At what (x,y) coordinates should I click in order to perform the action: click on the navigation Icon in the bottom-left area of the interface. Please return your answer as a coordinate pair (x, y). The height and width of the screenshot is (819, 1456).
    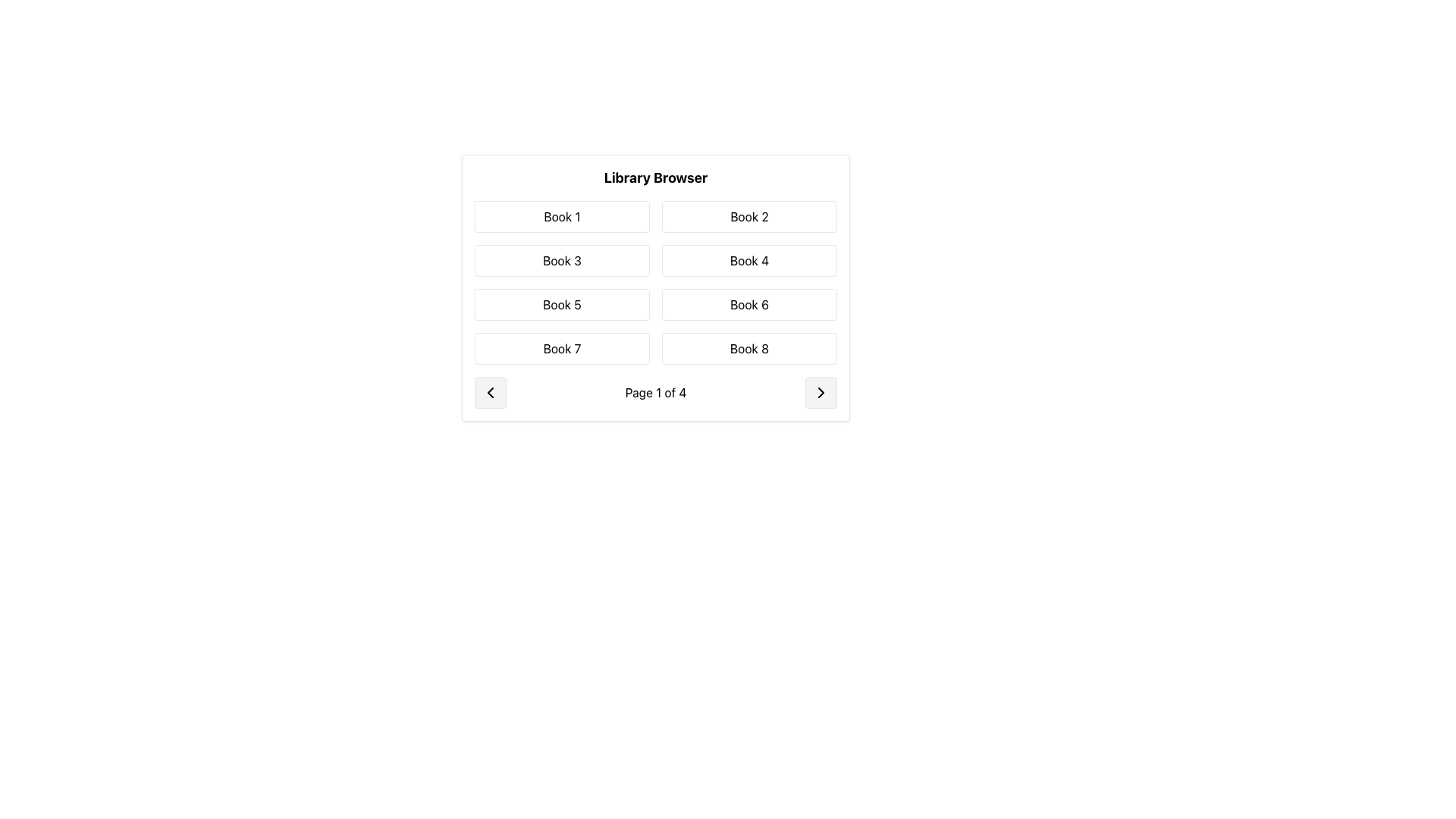
    Looking at the image, I should click on (491, 391).